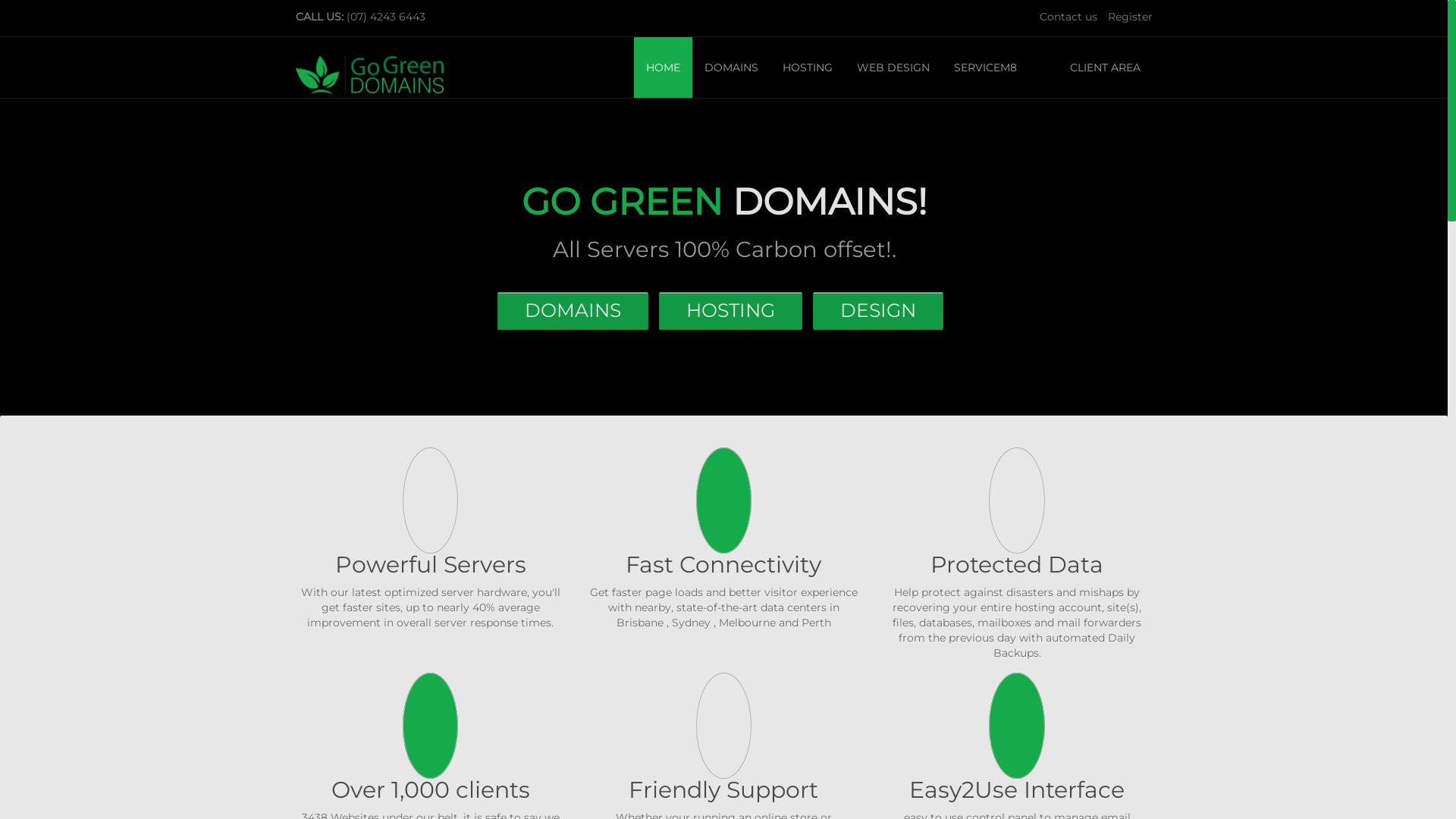  I want to click on 'DOMAINS', so click(497, 309).